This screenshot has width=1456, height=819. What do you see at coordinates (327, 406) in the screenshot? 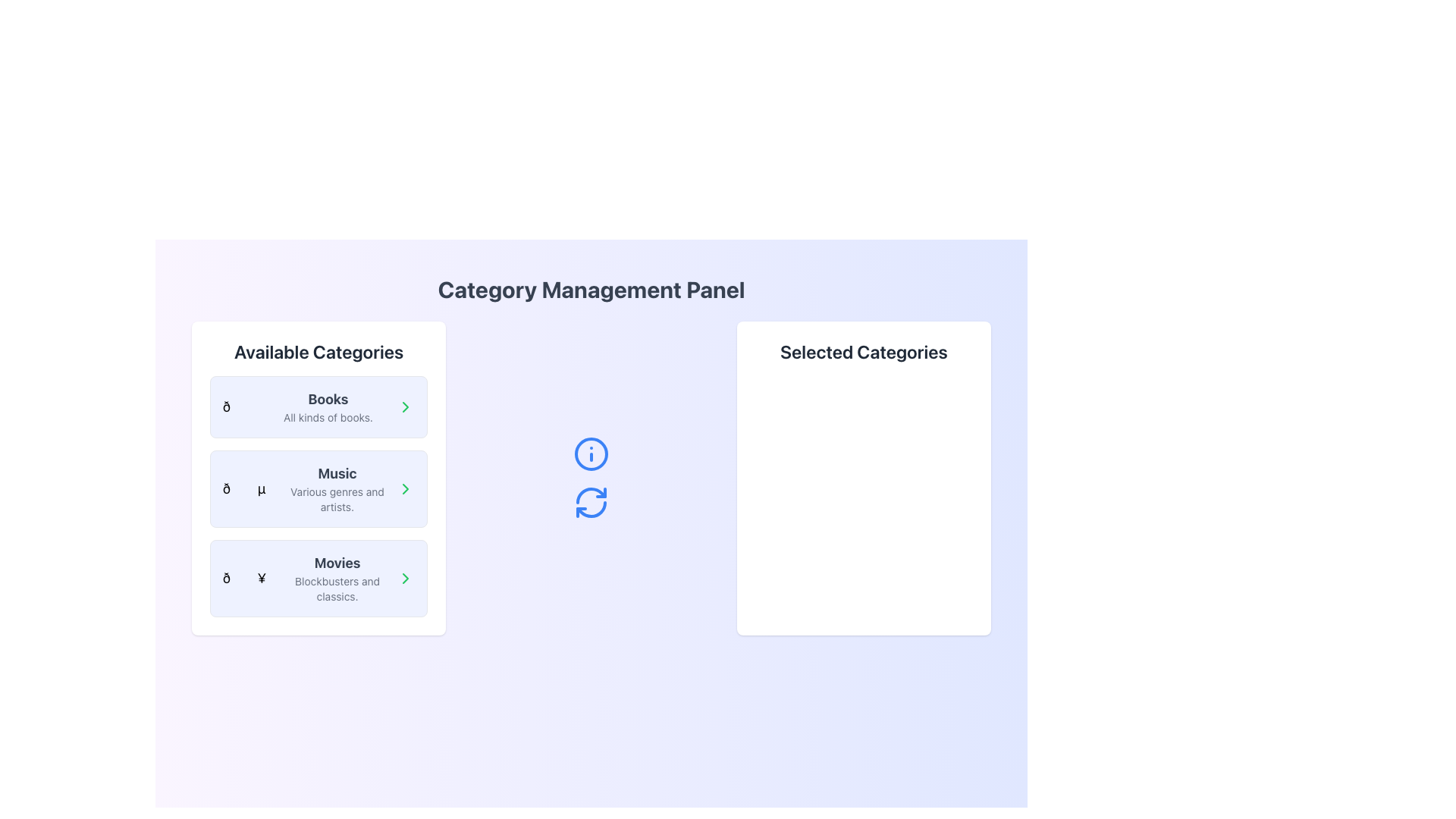
I see `the 'Books' text group within the first card of the 'Available Categories' section` at bounding box center [327, 406].